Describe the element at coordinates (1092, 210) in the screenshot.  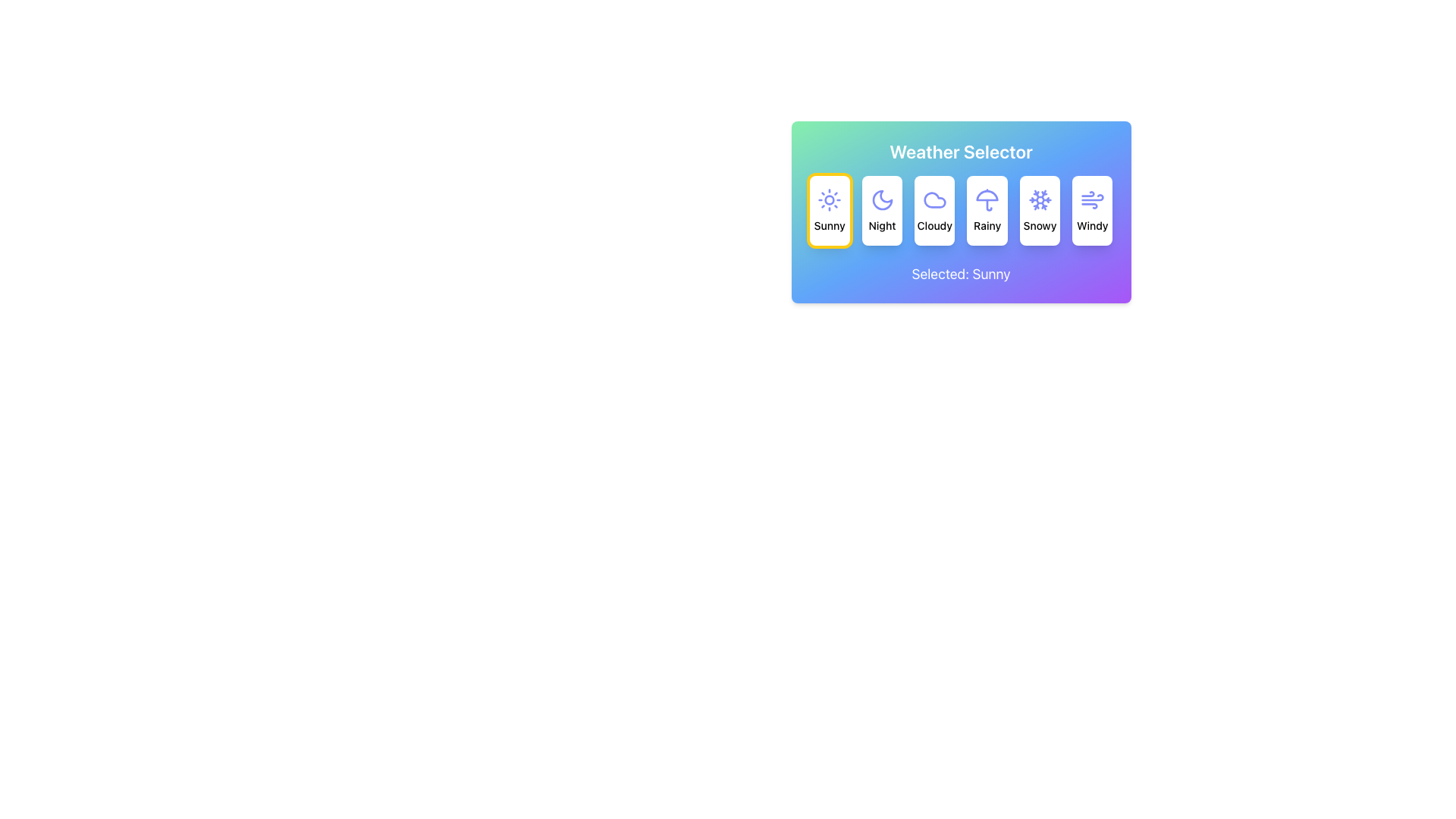
I see `the 'Windy' weather option button by navigating through the keyboard` at that location.